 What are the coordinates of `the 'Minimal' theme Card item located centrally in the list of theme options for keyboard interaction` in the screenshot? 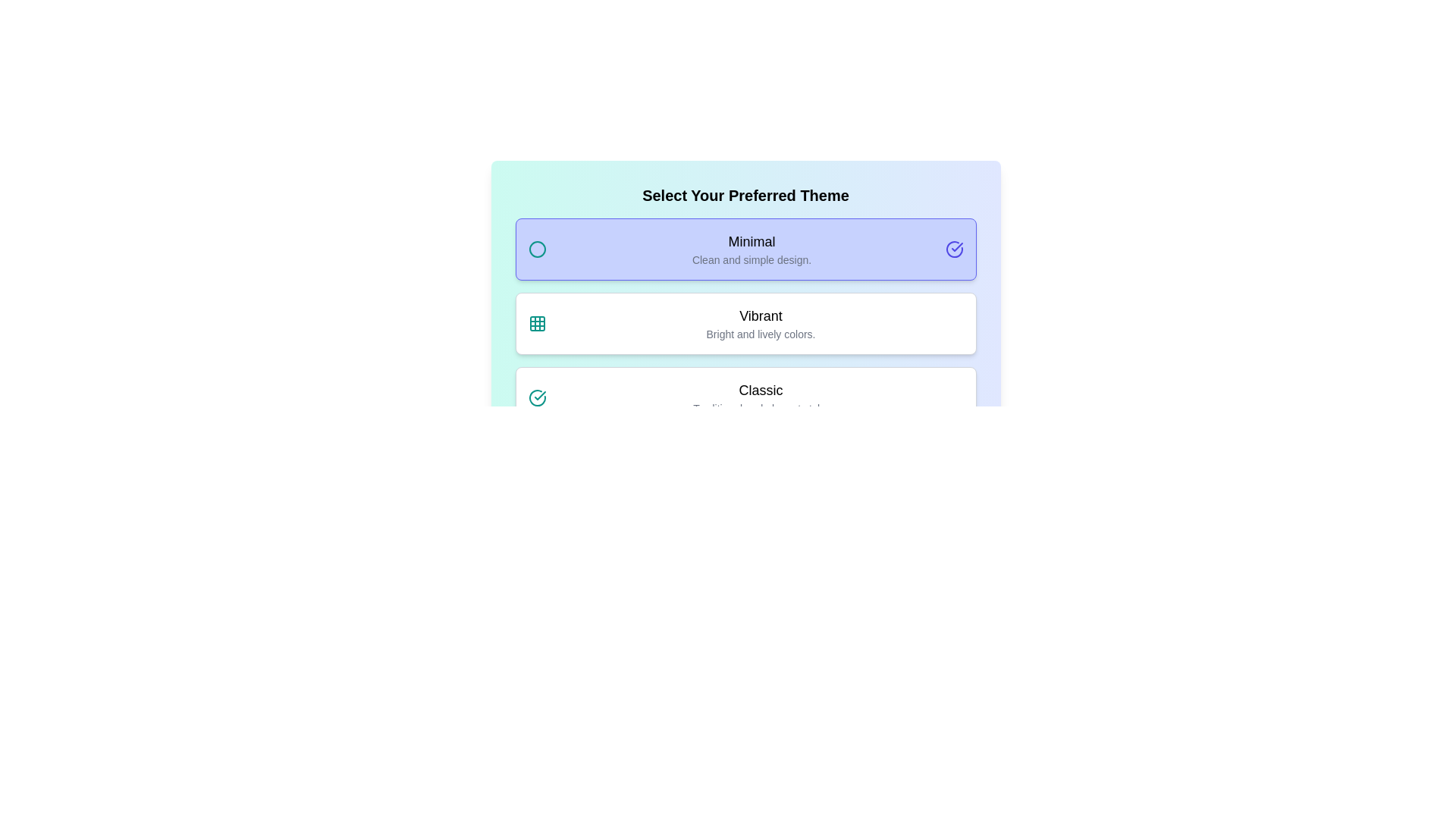 It's located at (752, 248).